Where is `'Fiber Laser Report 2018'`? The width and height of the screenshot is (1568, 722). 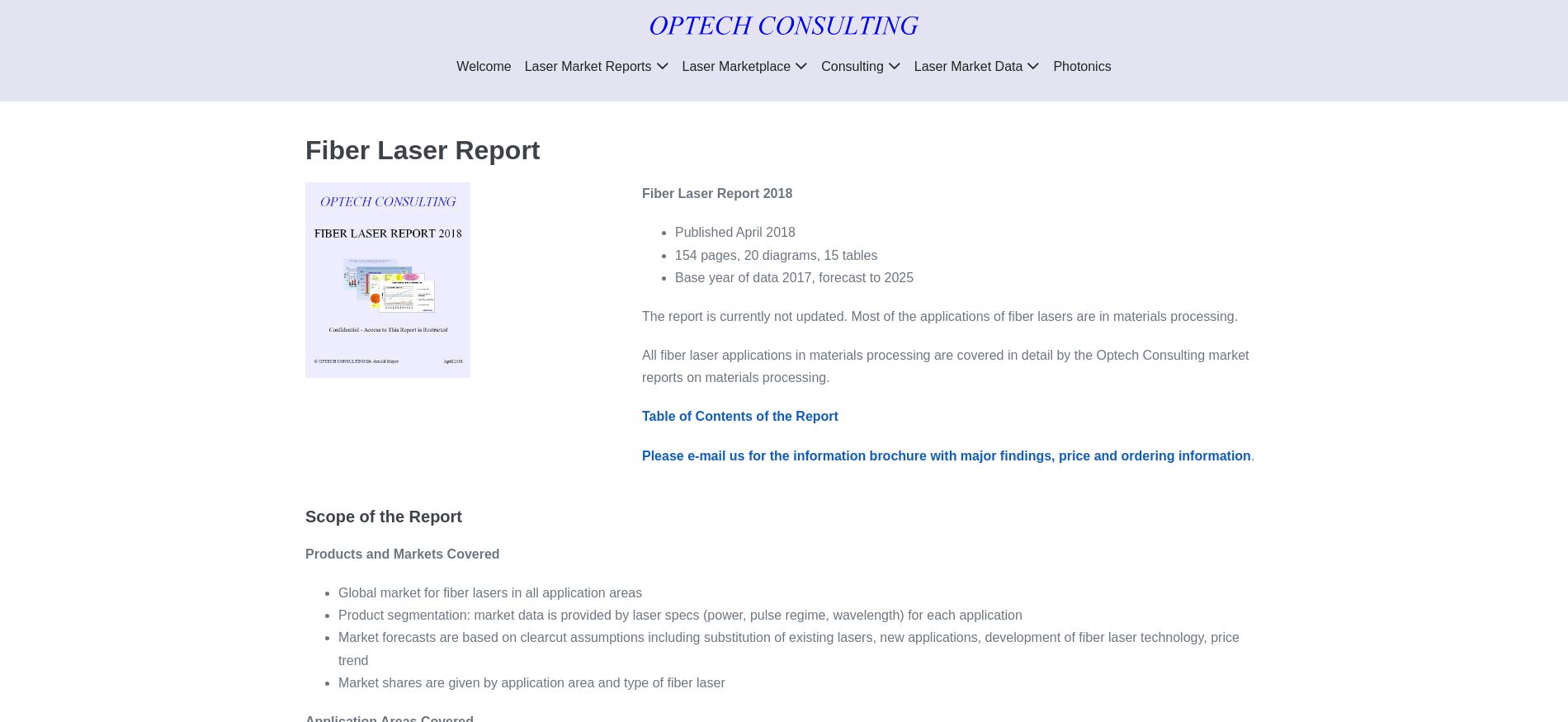
'Fiber Laser Report 2018' is located at coordinates (716, 193).